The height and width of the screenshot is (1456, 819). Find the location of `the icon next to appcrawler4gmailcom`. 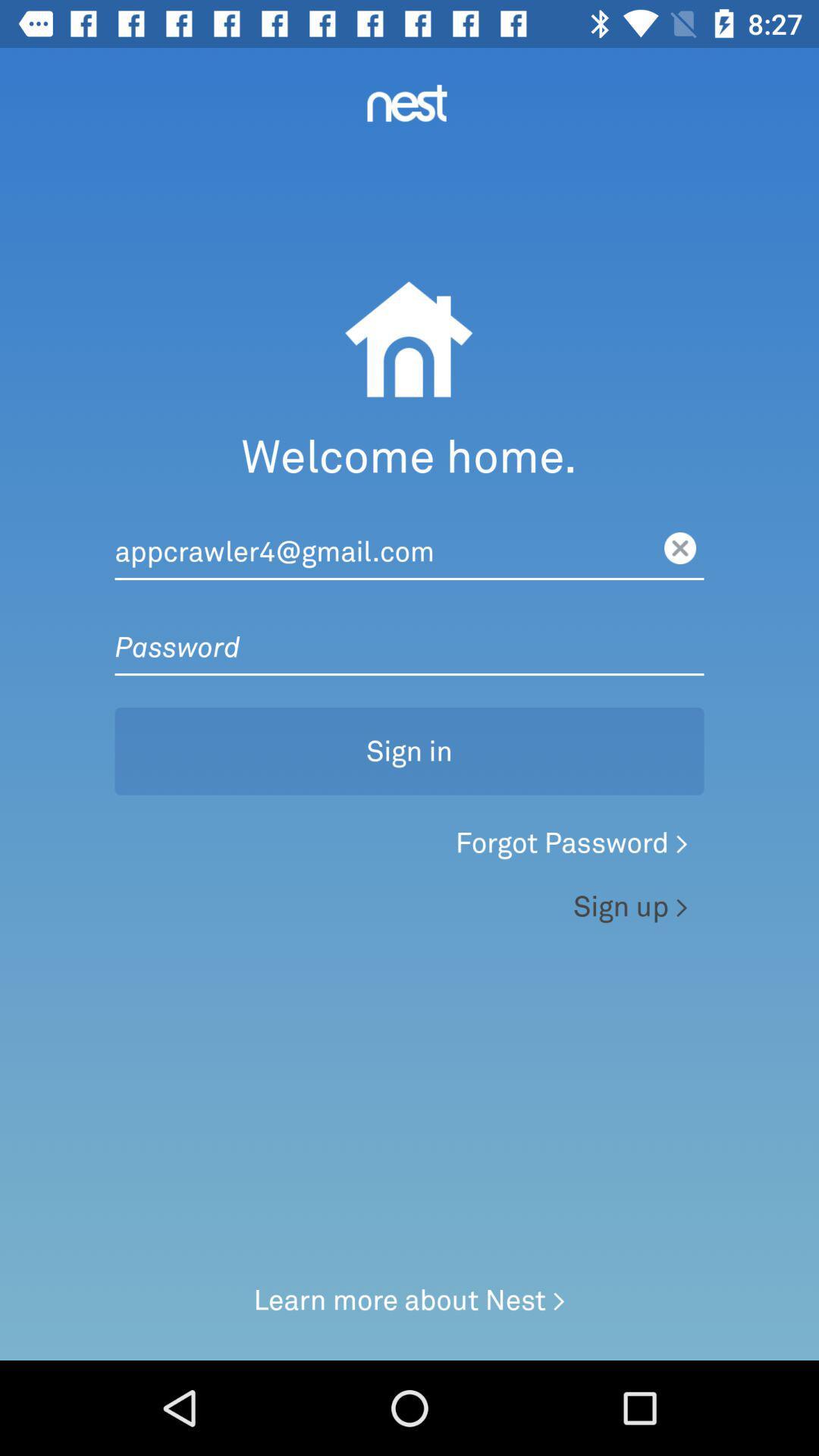

the icon next to appcrawler4gmailcom is located at coordinates (679, 548).